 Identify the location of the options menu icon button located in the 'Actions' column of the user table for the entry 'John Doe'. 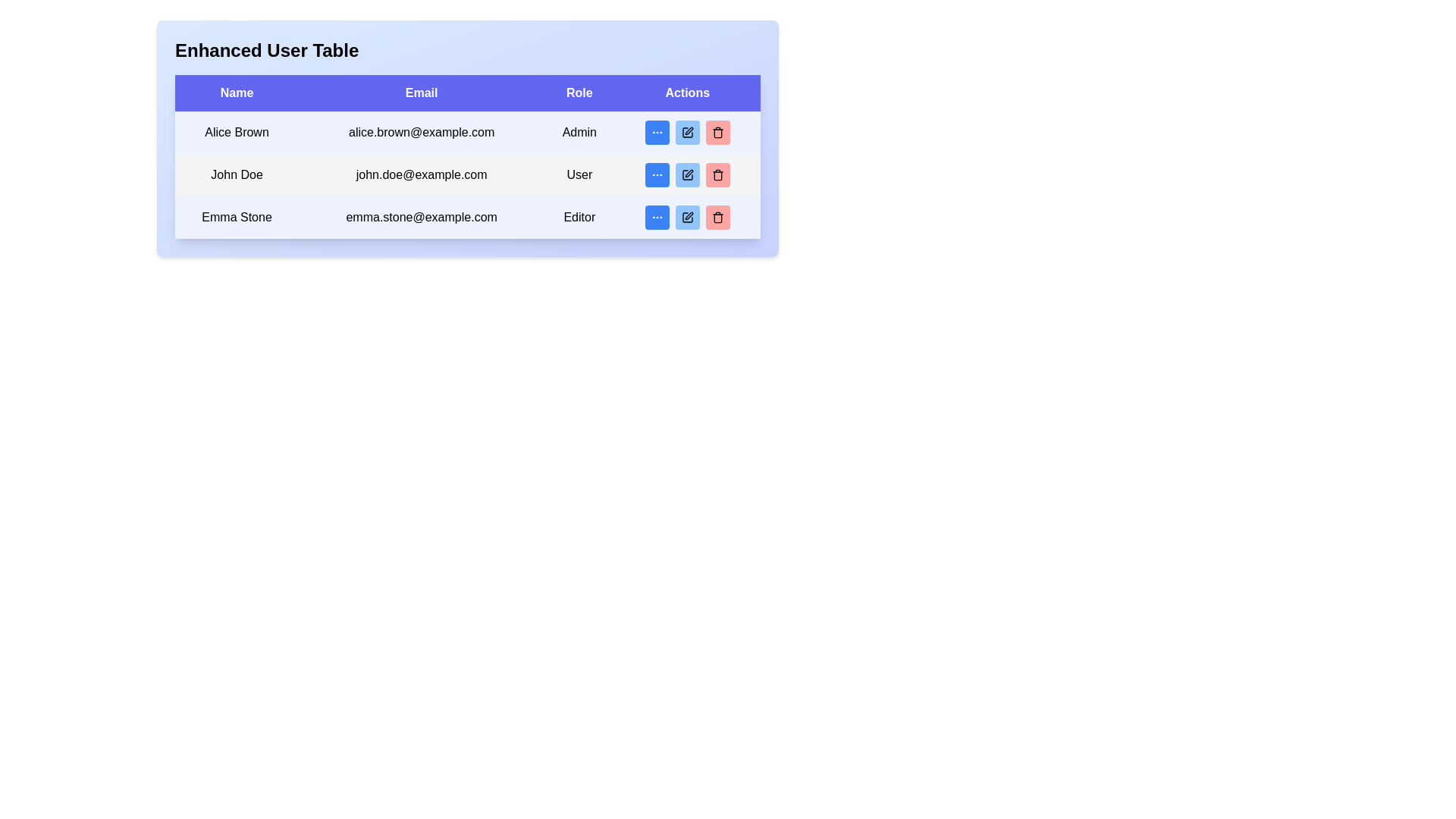
(657, 174).